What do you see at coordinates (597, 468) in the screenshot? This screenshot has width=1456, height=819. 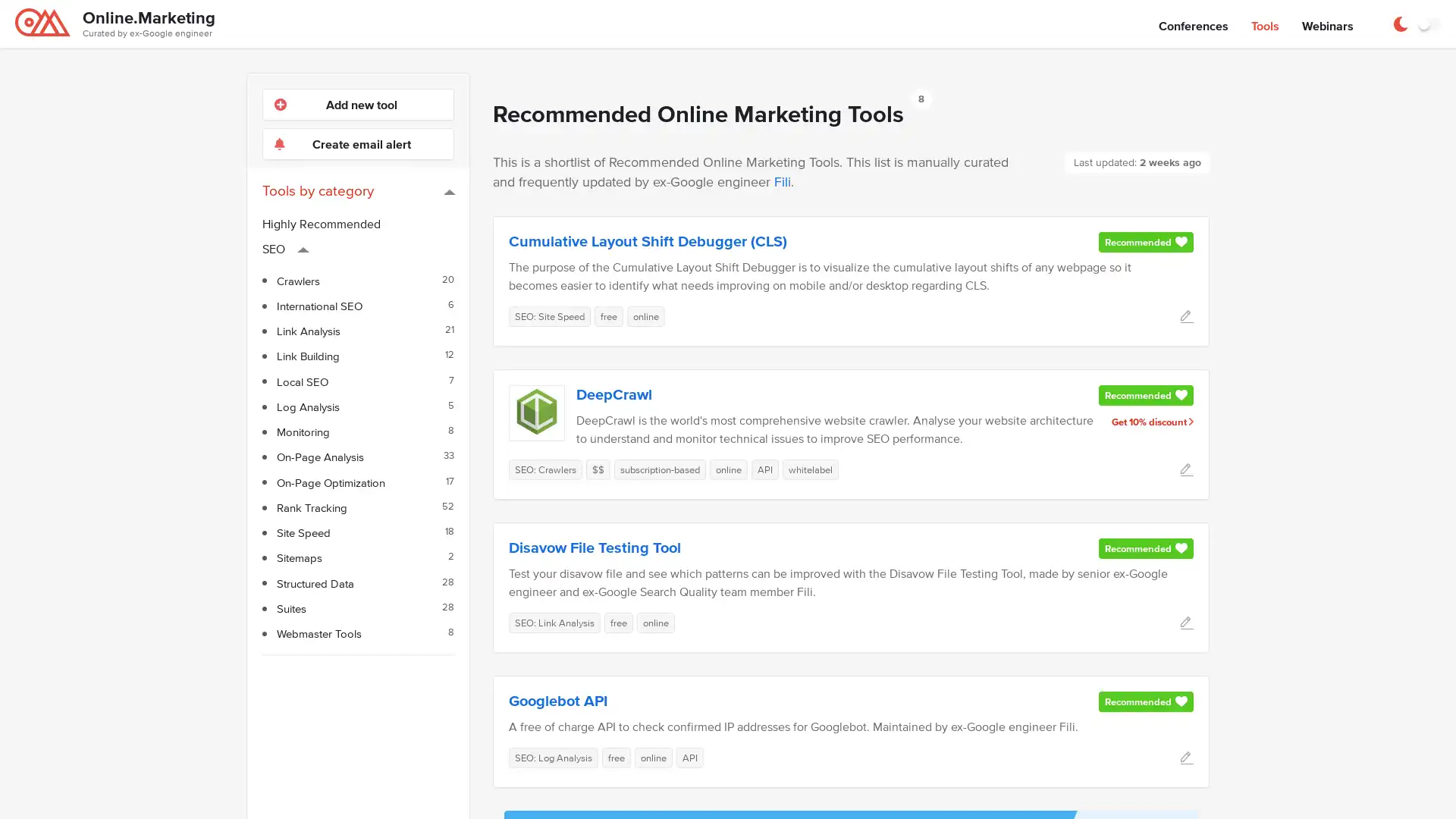 I see `$$` at bounding box center [597, 468].